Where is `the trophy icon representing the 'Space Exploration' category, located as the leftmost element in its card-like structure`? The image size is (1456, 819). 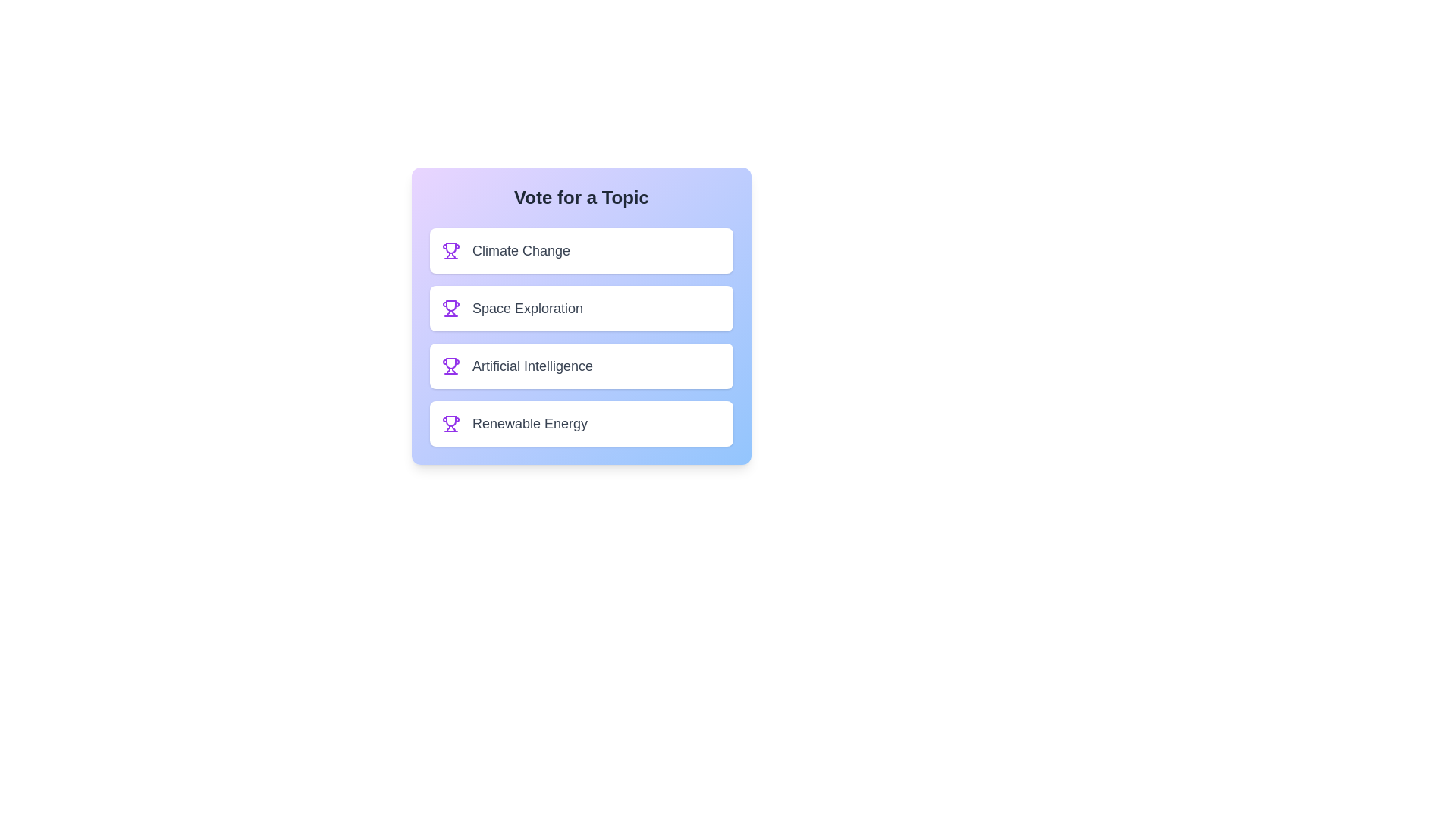
the trophy icon representing the 'Space Exploration' category, located as the leftmost element in its card-like structure is located at coordinates (450, 308).